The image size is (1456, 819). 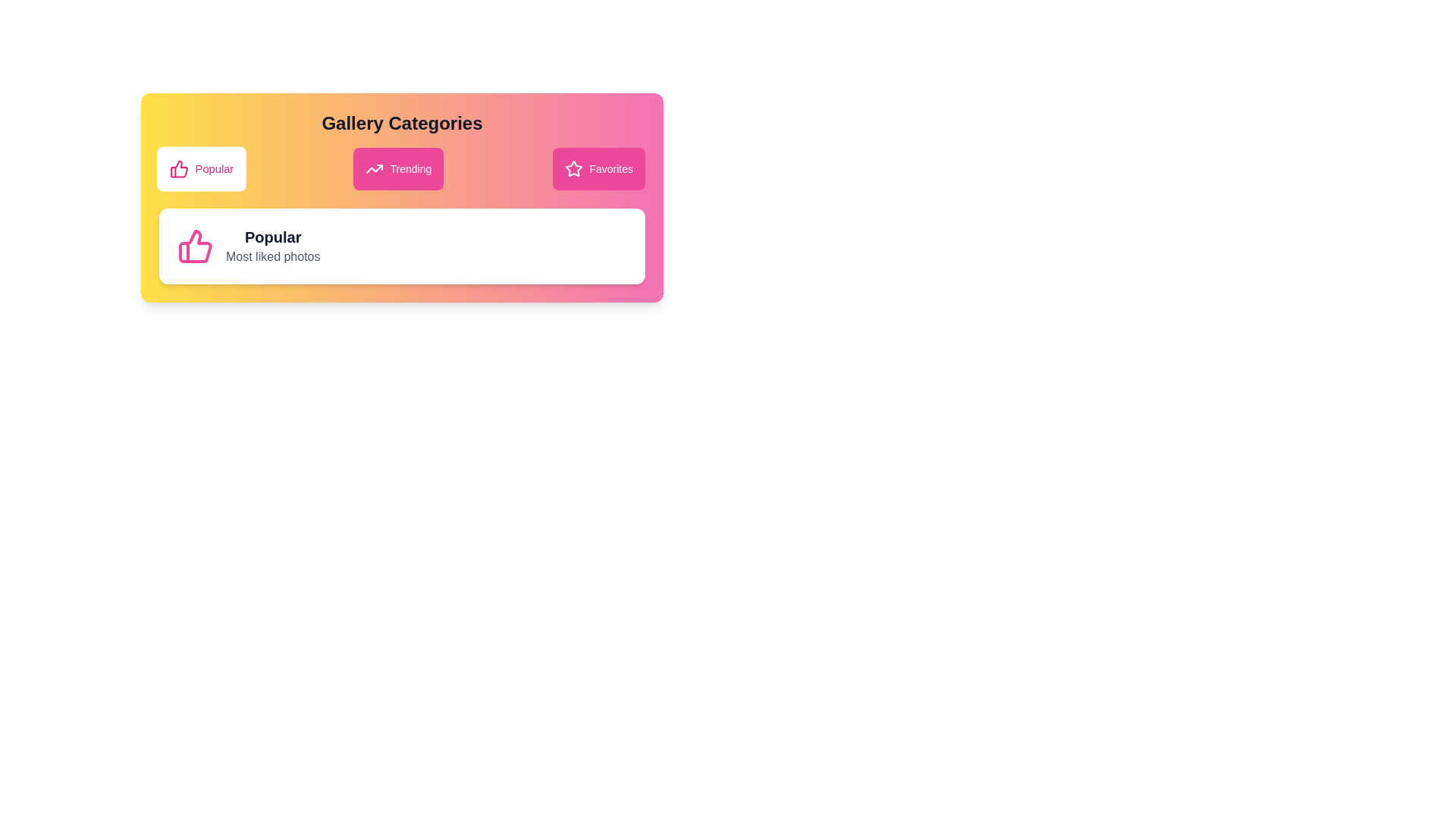 I want to click on the upward-trending arrow icon within the 'Trending' button, so click(x=375, y=169).